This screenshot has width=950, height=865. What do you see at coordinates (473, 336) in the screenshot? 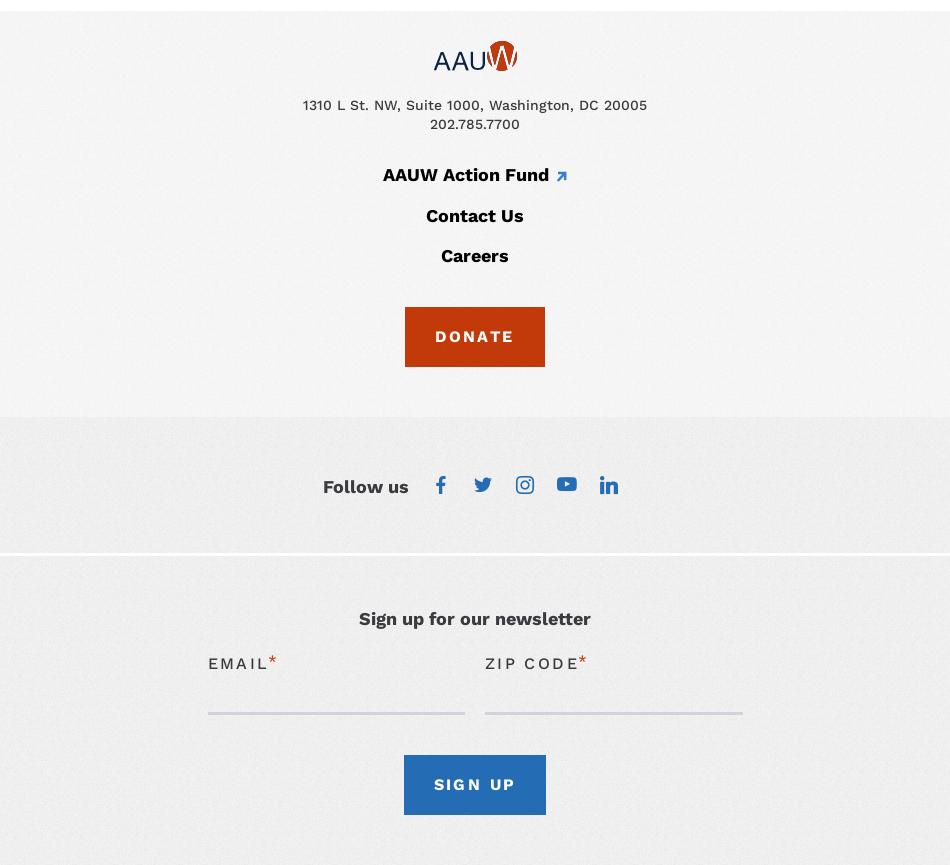
I see `'Donate'` at bounding box center [473, 336].